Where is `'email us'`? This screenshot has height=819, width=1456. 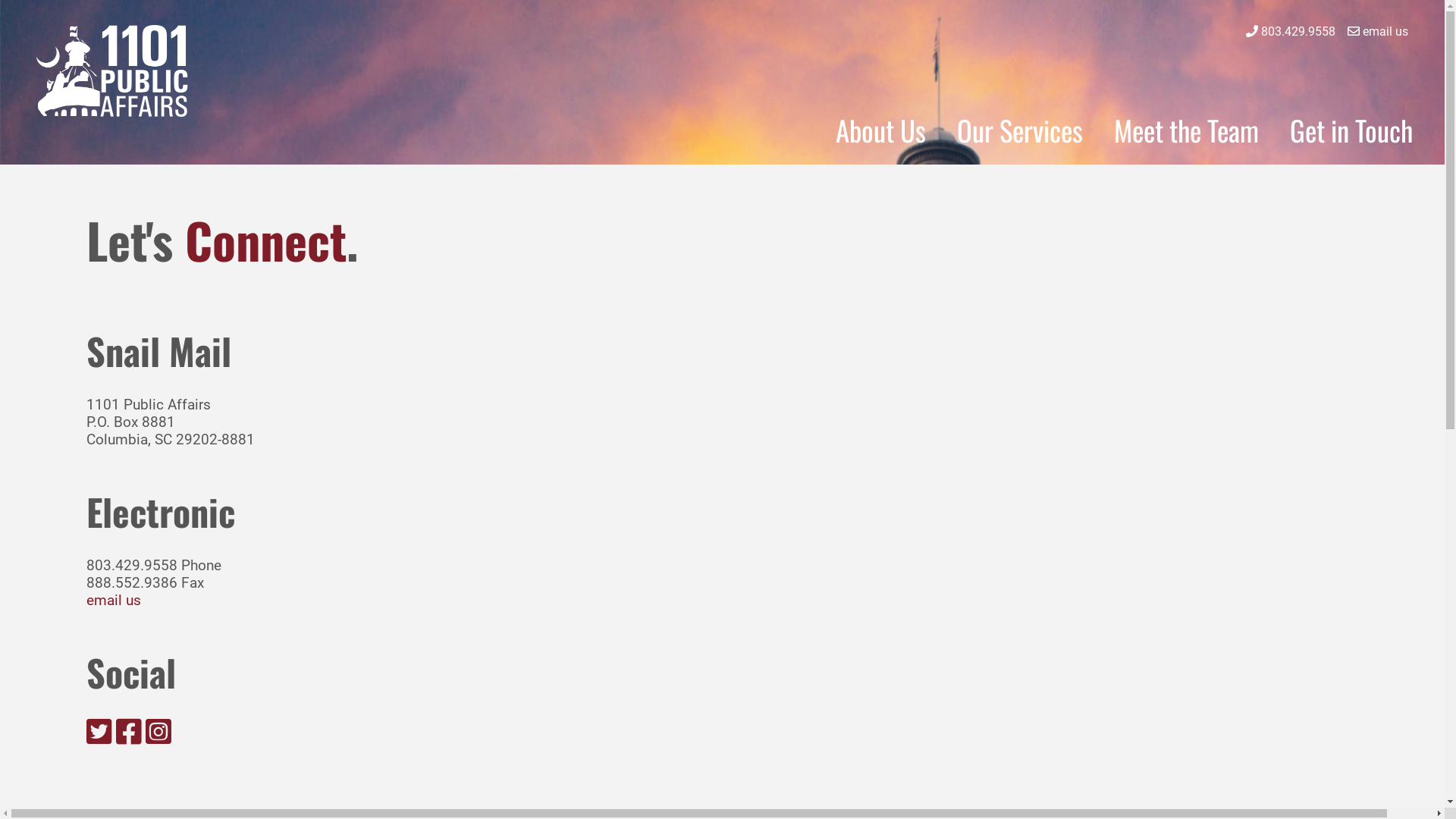
'email us' is located at coordinates (86, 599).